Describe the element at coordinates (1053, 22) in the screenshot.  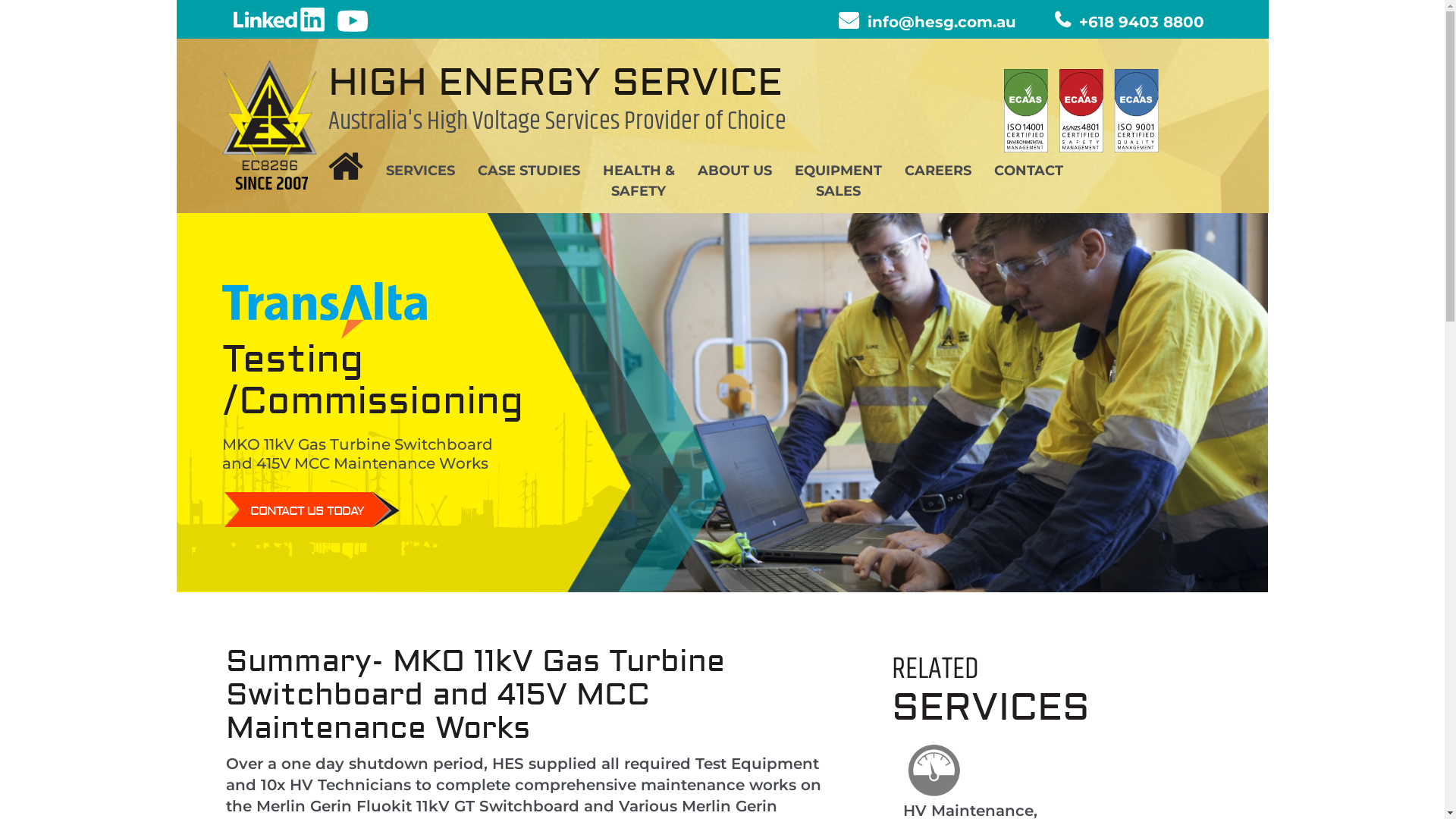
I see `'+618 9403 8800'` at that location.